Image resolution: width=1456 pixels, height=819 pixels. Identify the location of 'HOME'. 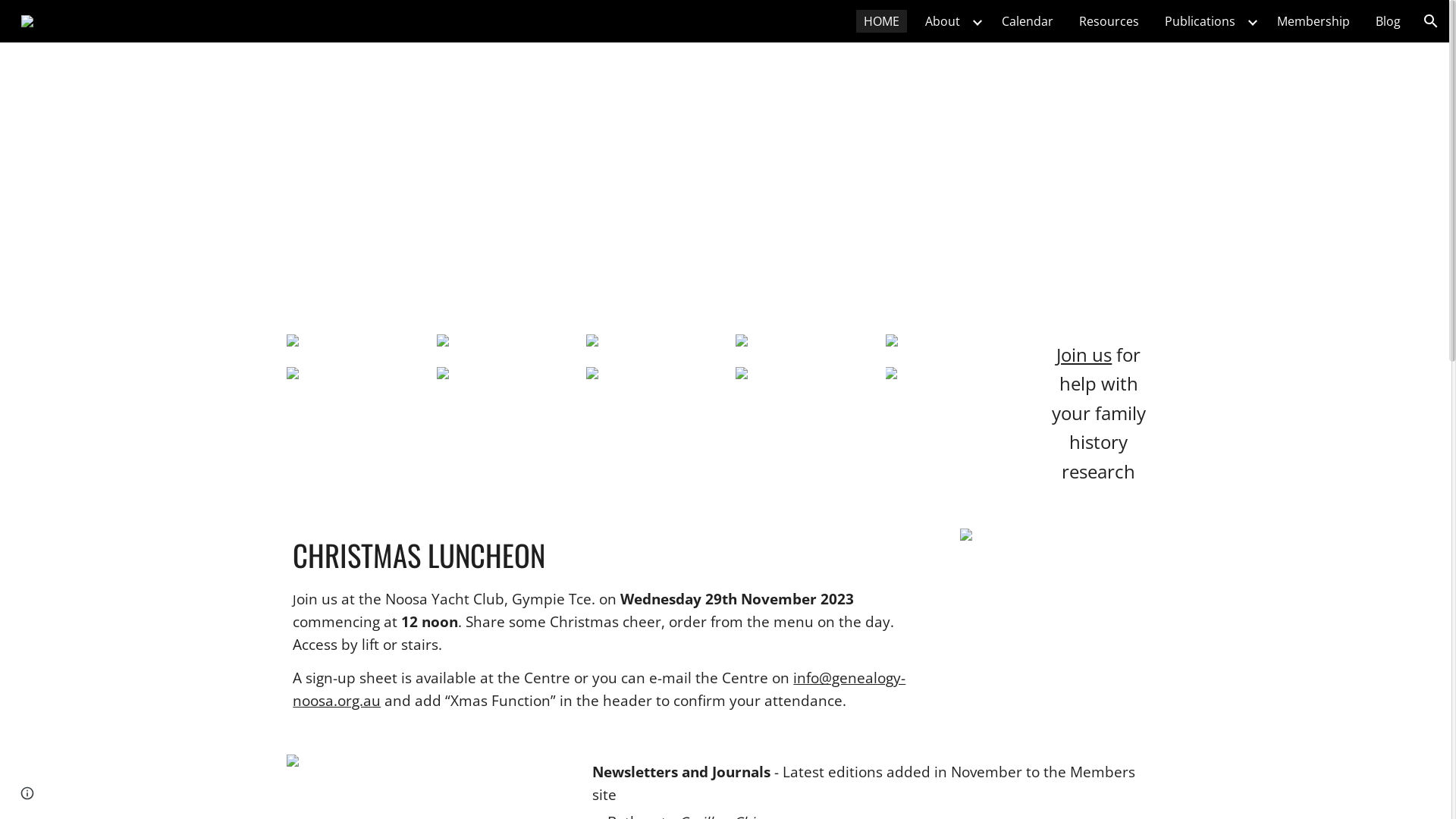
(881, 20).